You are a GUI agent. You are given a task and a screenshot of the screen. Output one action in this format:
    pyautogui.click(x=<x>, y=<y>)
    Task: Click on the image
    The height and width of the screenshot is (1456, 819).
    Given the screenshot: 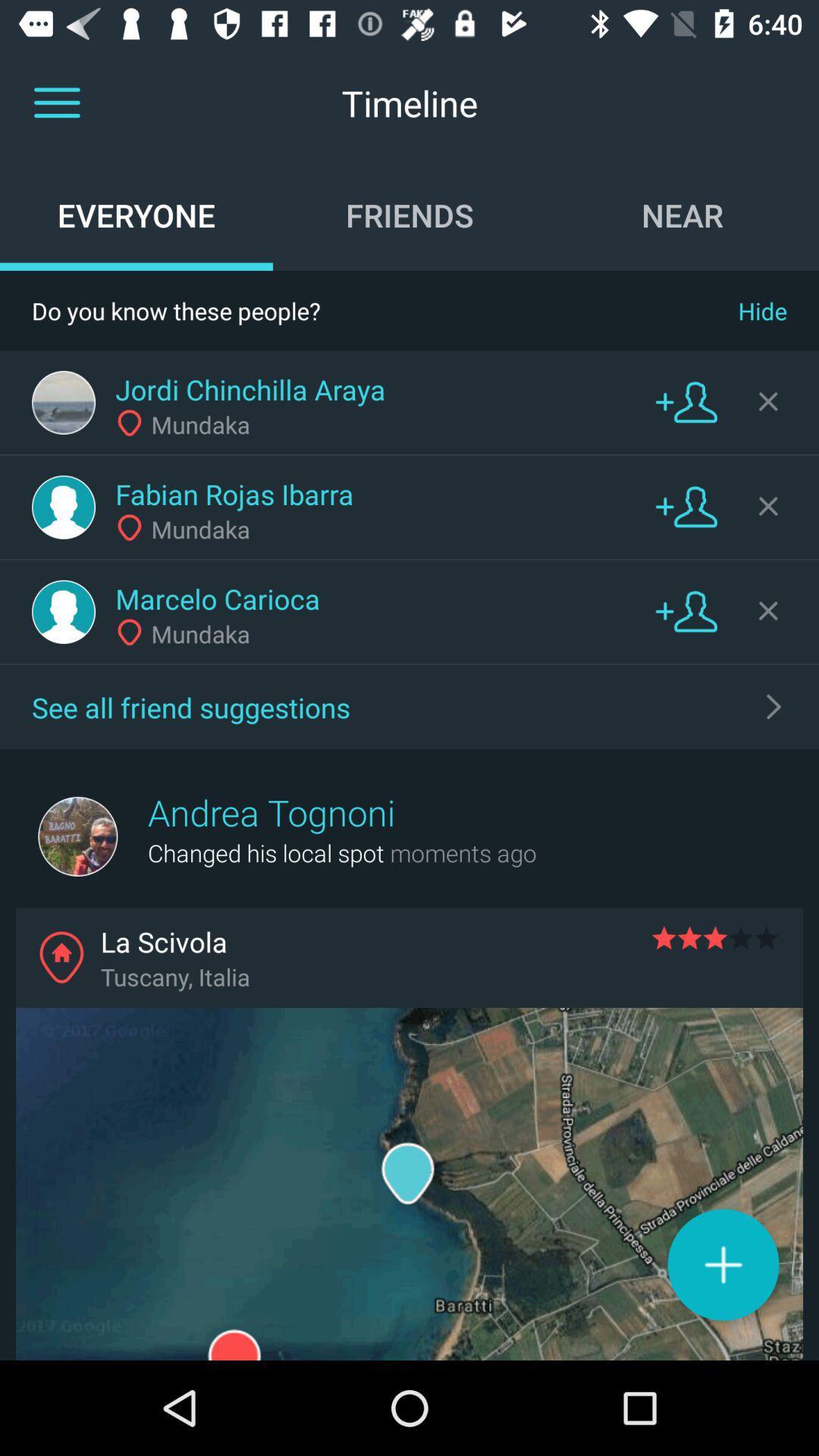 What is the action you would take?
    pyautogui.click(x=63, y=507)
    